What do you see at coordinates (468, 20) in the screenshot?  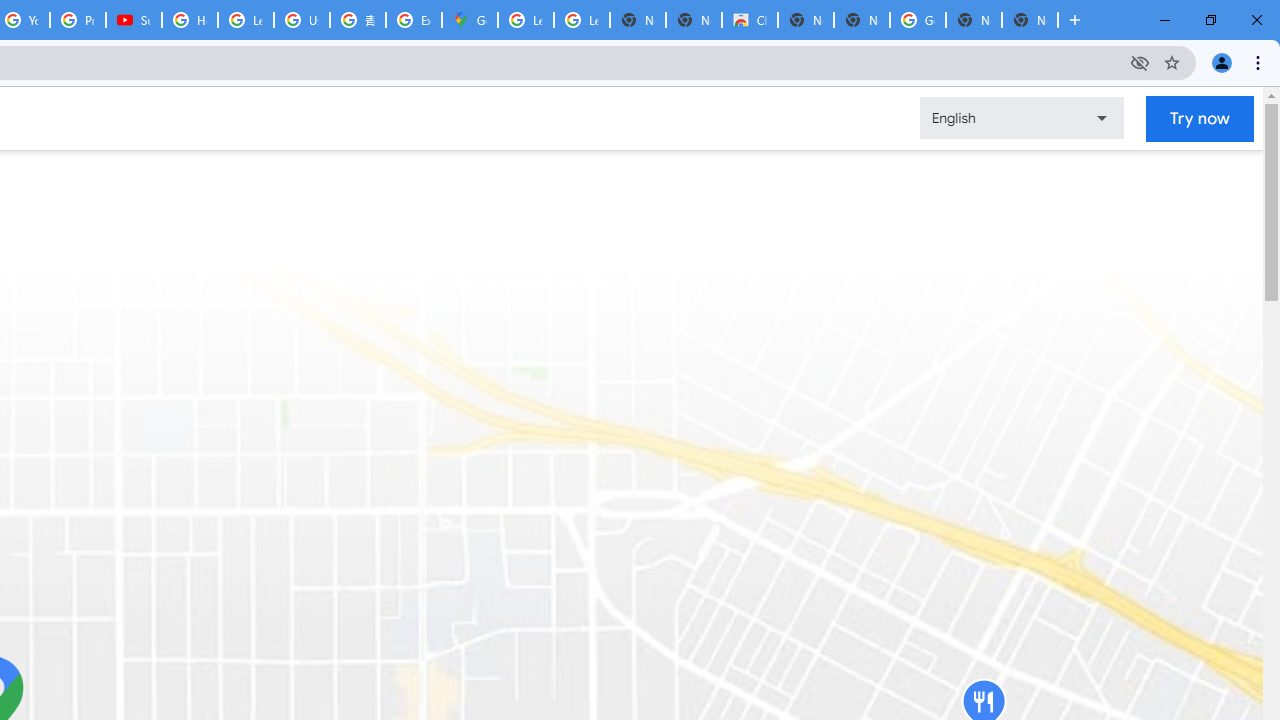 I see `'Google Maps'` at bounding box center [468, 20].